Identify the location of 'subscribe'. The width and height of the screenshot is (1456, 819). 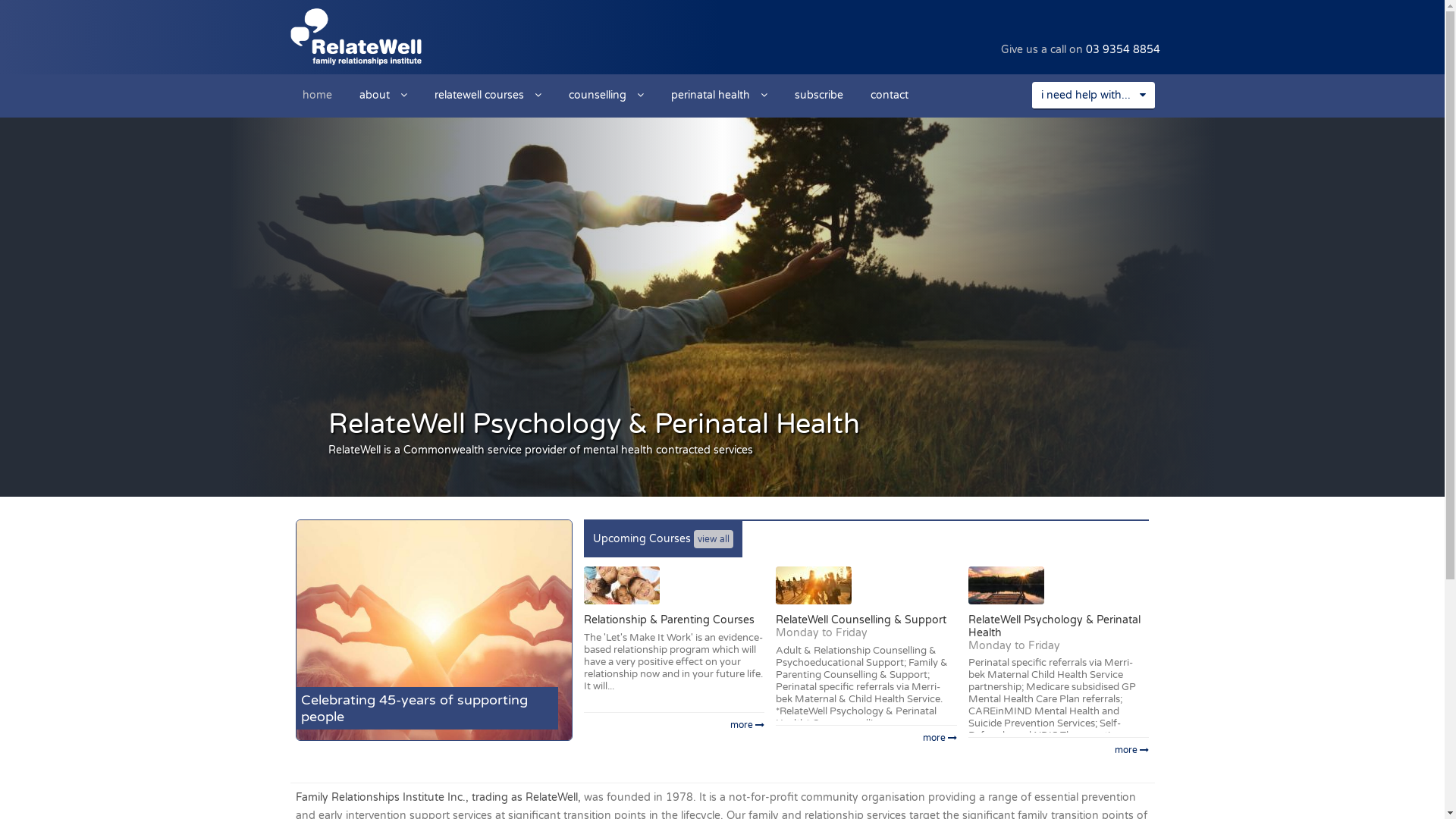
(818, 94).